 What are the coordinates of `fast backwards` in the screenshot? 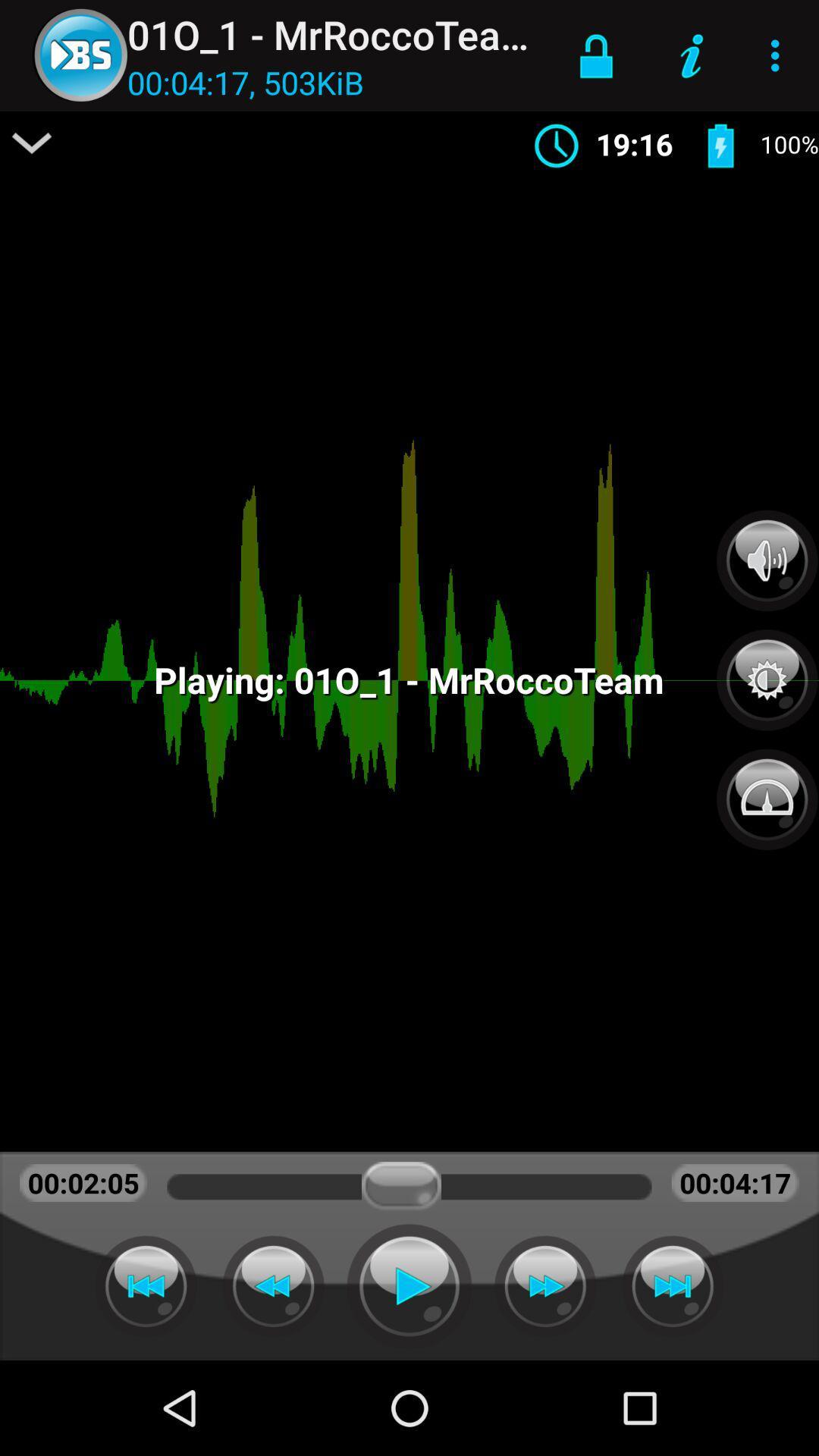 It's located at (273, 1285).